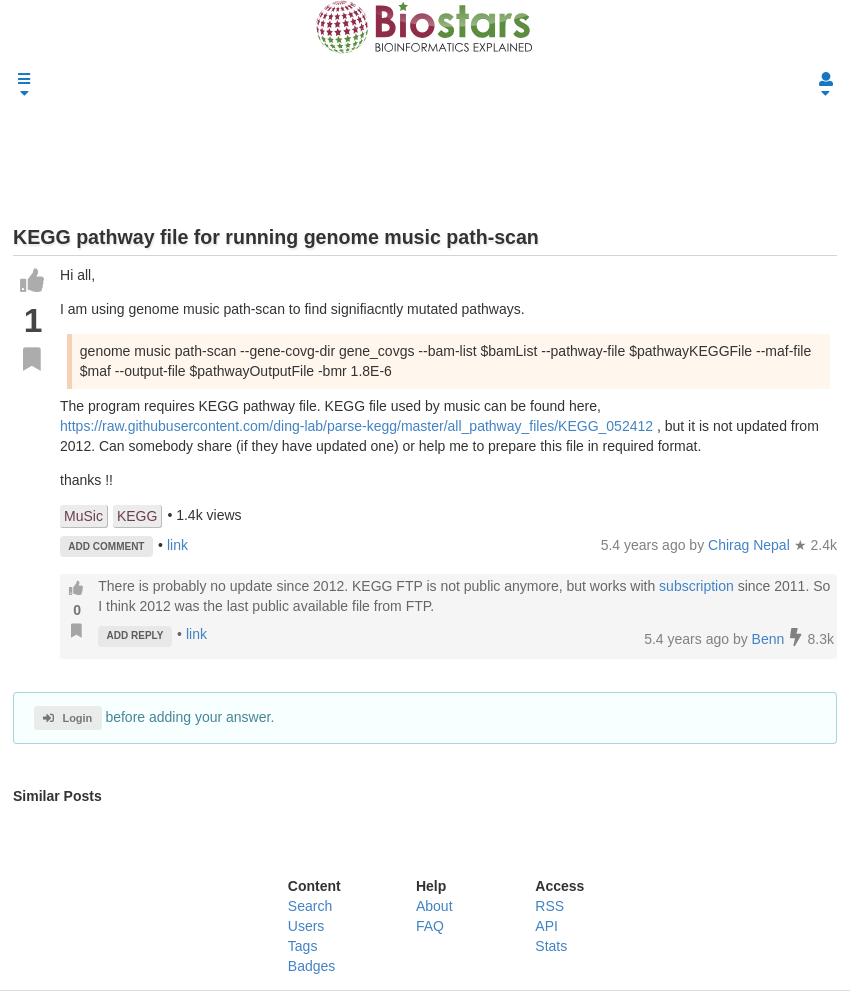 The height and width of the screenshot is (1000, 864). Describe the element at coordinates (287, 926) in the screenshot. I see `'Users'` at that location.